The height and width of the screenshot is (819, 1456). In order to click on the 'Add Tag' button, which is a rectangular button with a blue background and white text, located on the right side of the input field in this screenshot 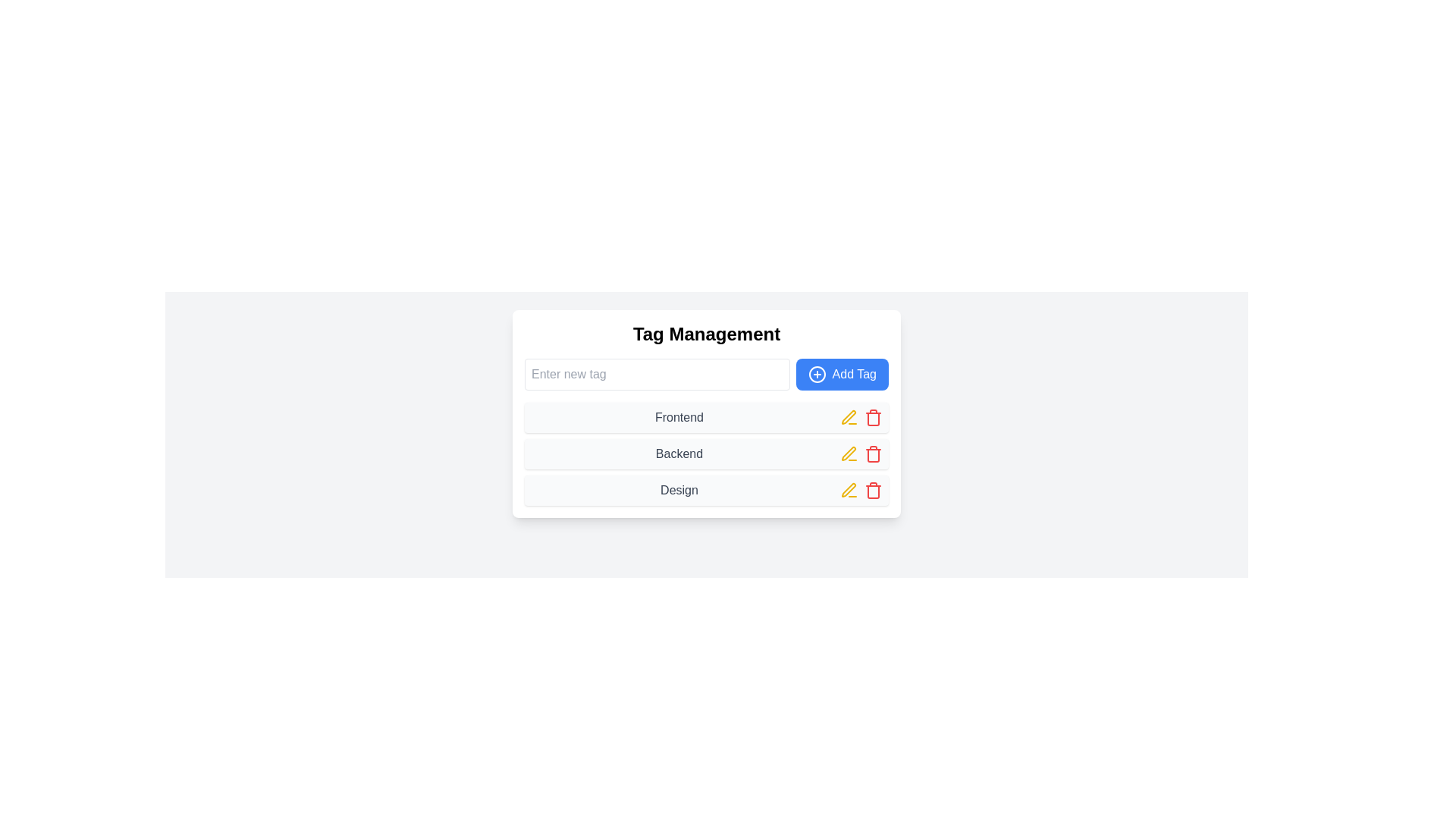, I will do `click(841, 374)`.